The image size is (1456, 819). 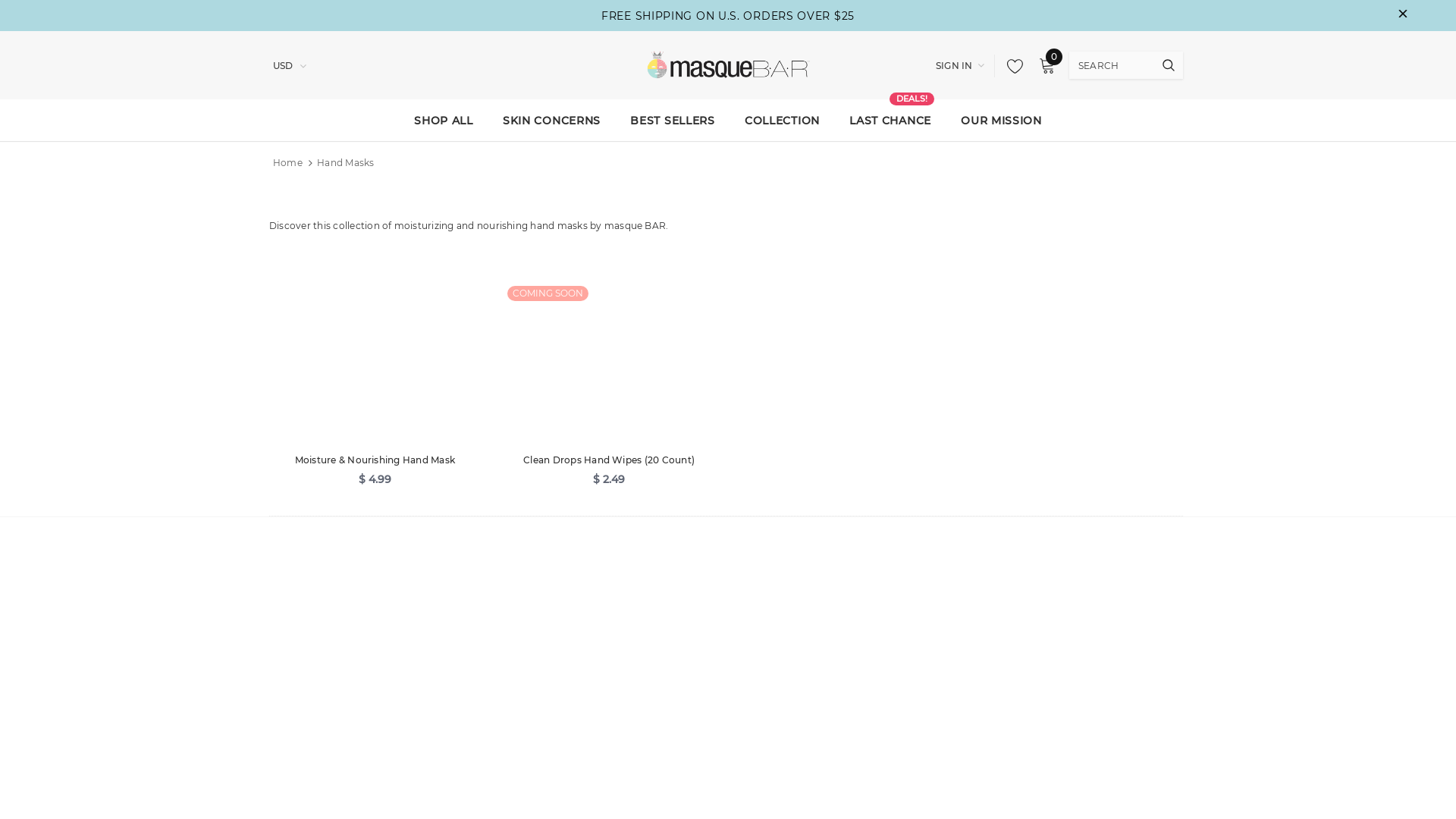 I want to click on 'SHOP ALL', so click(x=414, y=119).